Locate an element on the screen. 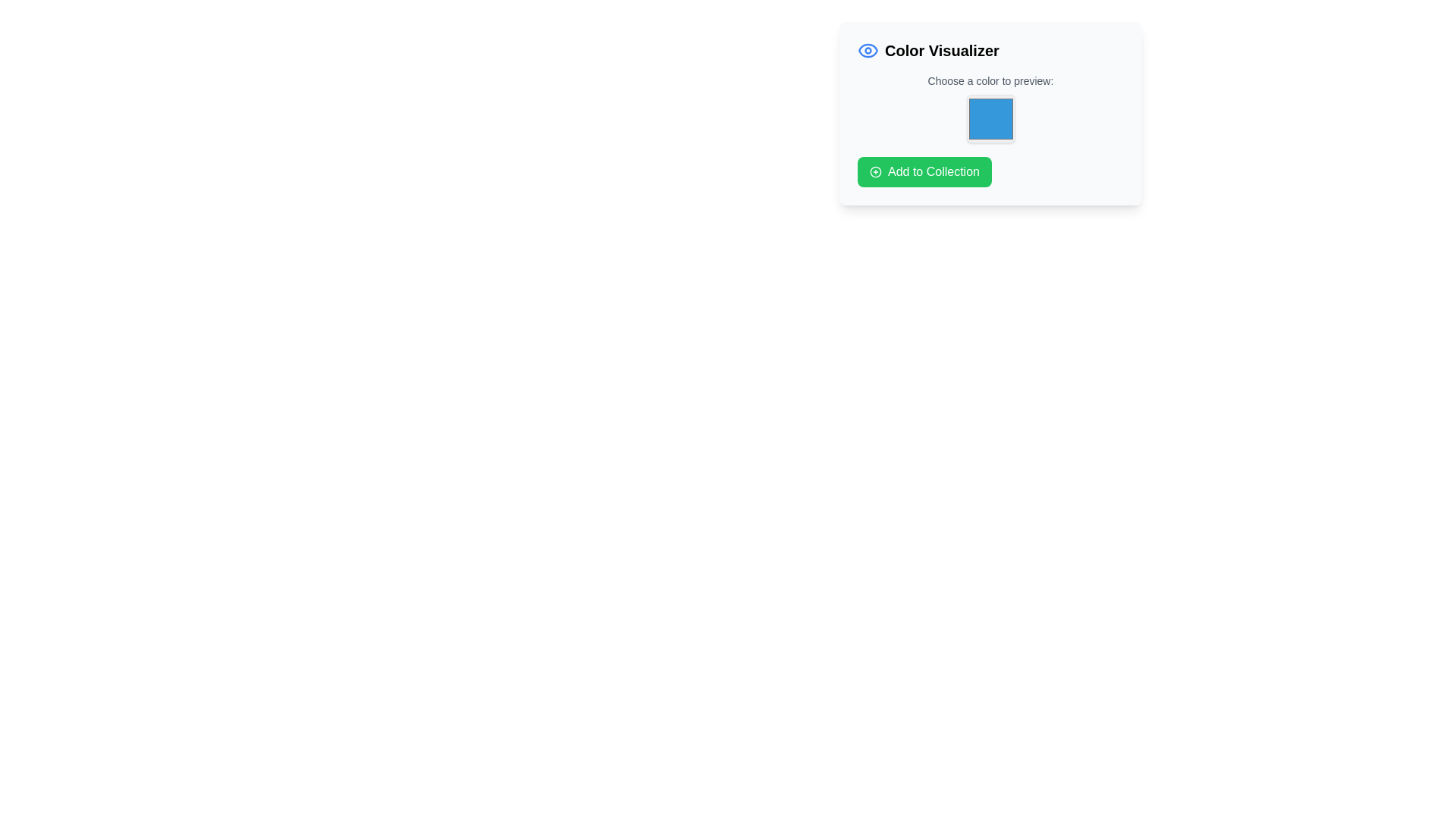 The width and height of the screenshot is (1456, 819). the central SVG Circle element that is part of the 'Add to Collection' button located at the bottom of the floating card is located at coordinates (876, 171).